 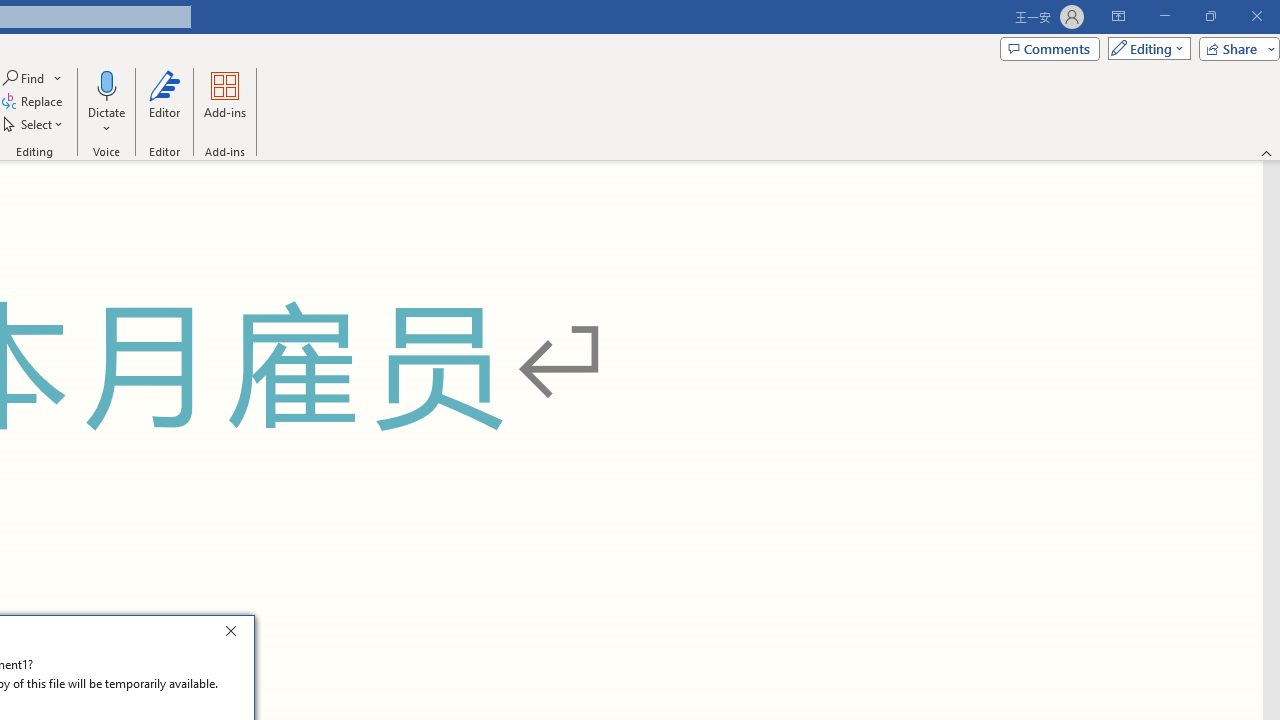 What do you see at coordinates (164, 103) in the screenshot?
I see `'Editor'` at bounding box center [164, 103].